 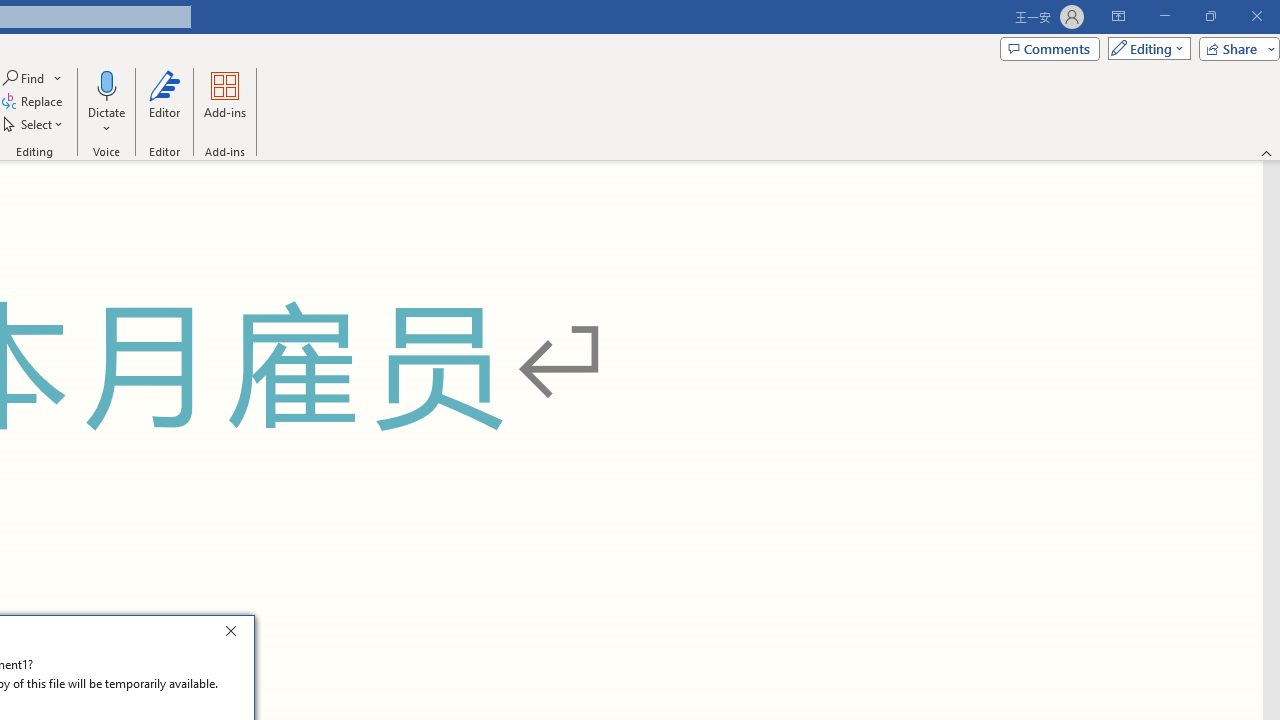 What do you see at coordinates (164, 103) in the screenshot?
I see `'Editor'` at bounding box center [164, 103].